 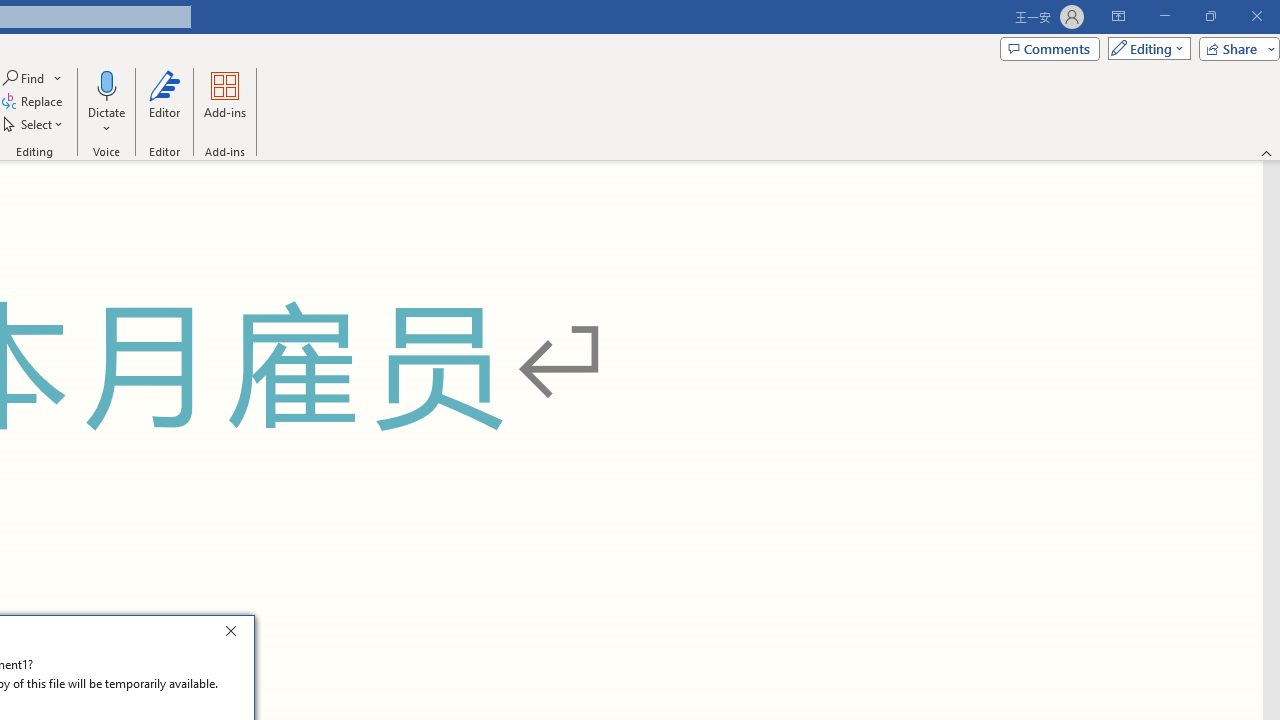 What do you see at coordinates (164, 103) in the screenshot?
I see `'Editor'` at bounding box center [164, 103].